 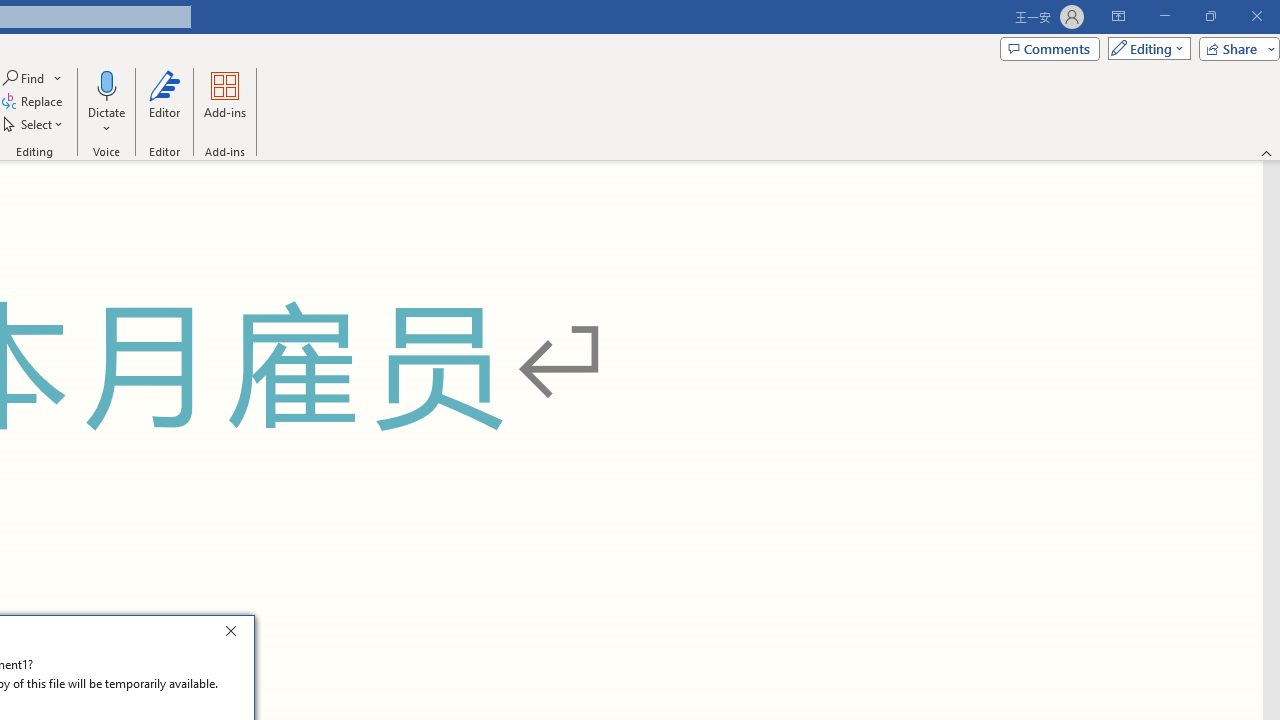 What do you see at coordinates (164, 103) in the screenshot?
I see `'Editor'` at bounding box center [164, 103].